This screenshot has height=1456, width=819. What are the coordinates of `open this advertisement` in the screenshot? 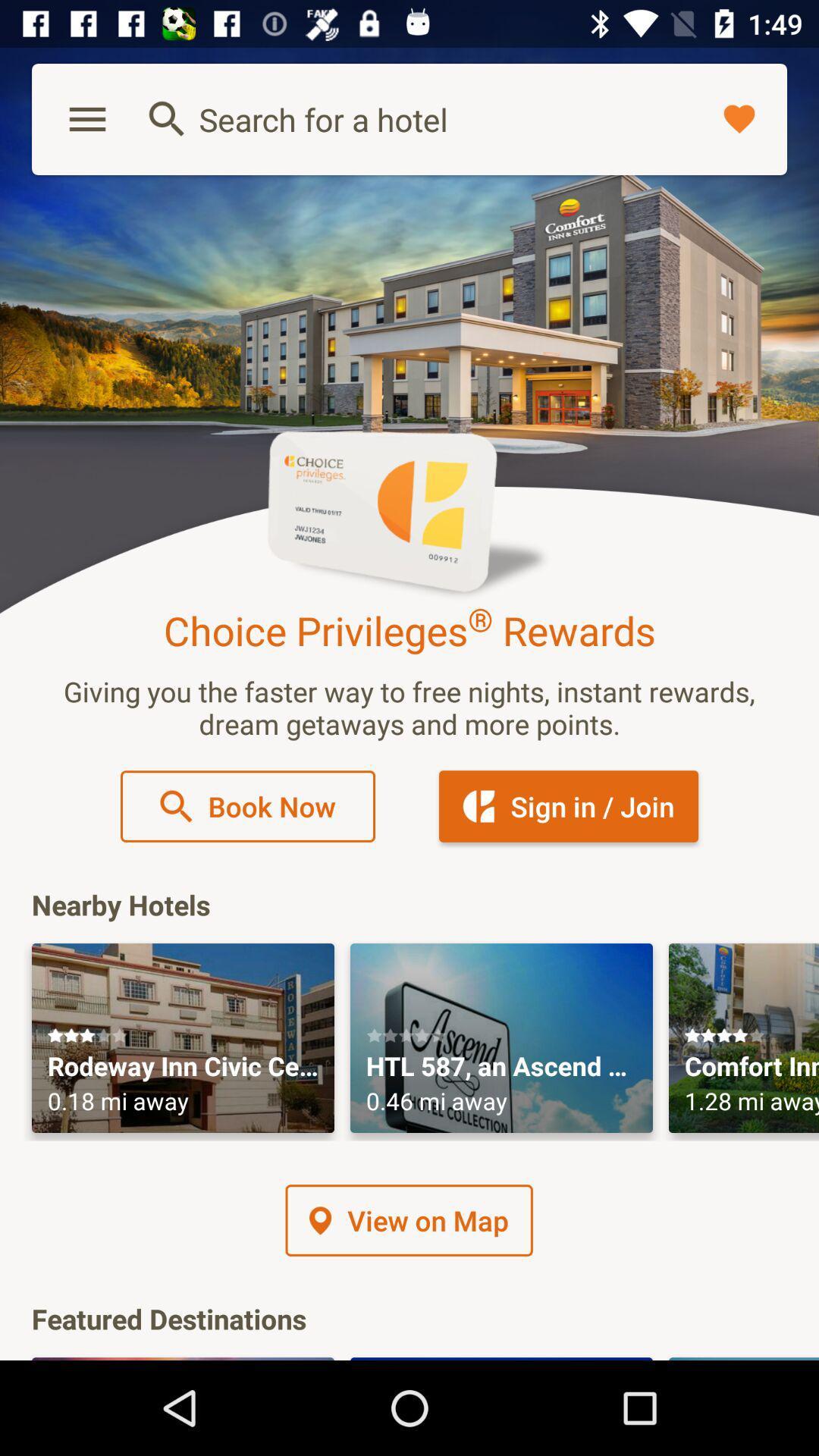 It's located at (182, 1037).